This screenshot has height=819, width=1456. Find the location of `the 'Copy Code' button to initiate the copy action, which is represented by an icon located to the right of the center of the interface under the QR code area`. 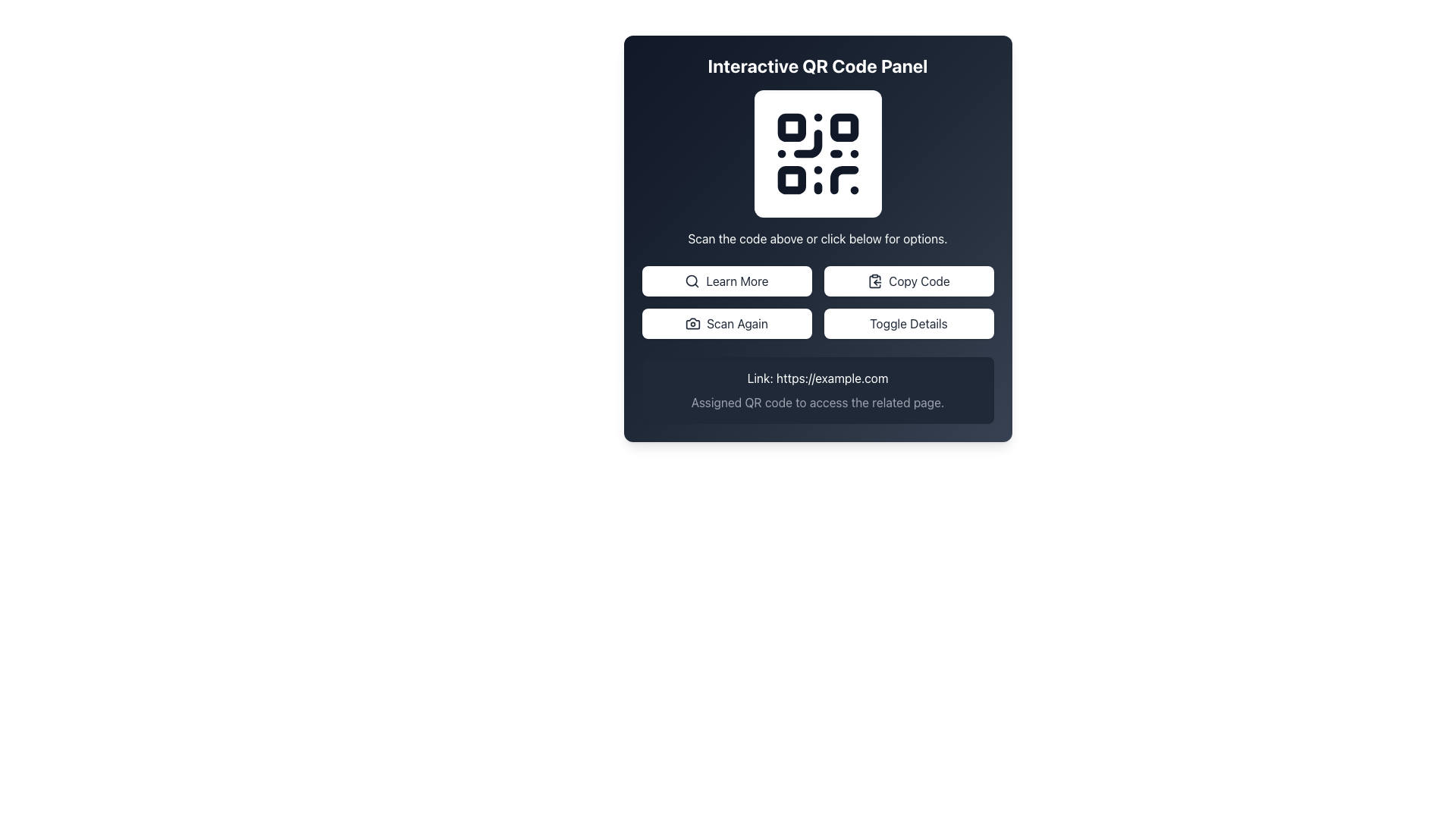

the 'Copy Code' button to initiate the copy action, which is represented by an icon located to the right of the center of the interface under the QR code area is located at coordinates (874, 281).